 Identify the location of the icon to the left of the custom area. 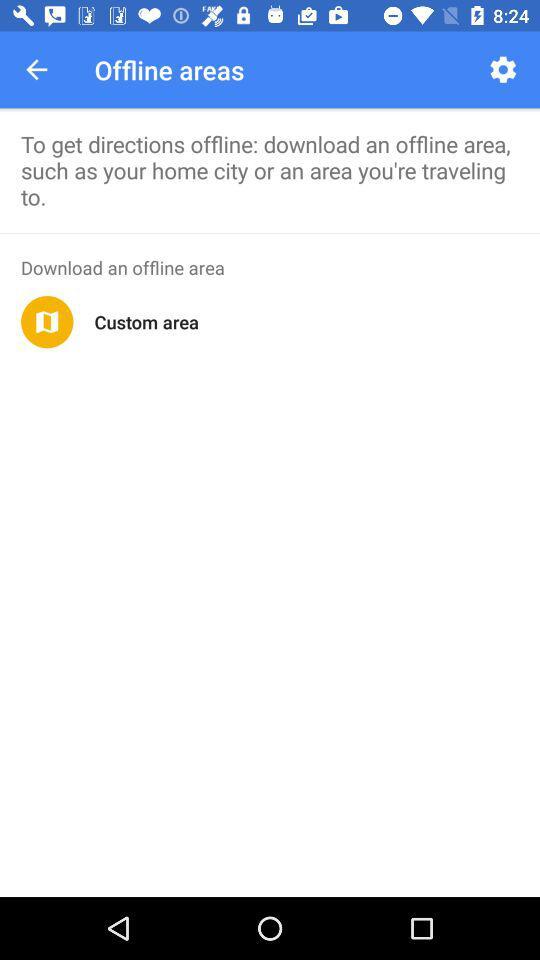
(47, 322).